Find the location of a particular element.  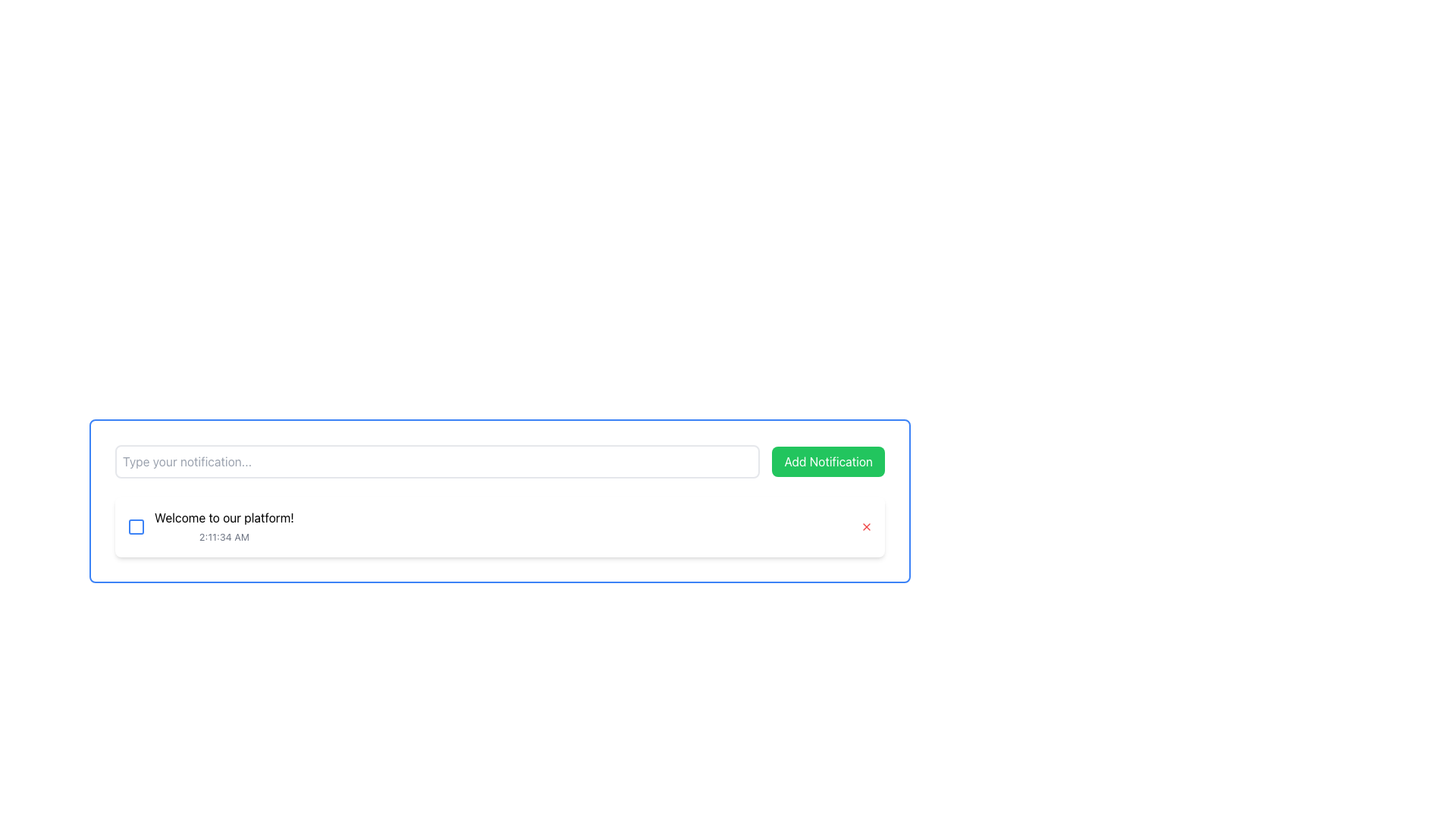

the small red cross icon at the extreme right of the notification bar is located at coordinates (866, 526).